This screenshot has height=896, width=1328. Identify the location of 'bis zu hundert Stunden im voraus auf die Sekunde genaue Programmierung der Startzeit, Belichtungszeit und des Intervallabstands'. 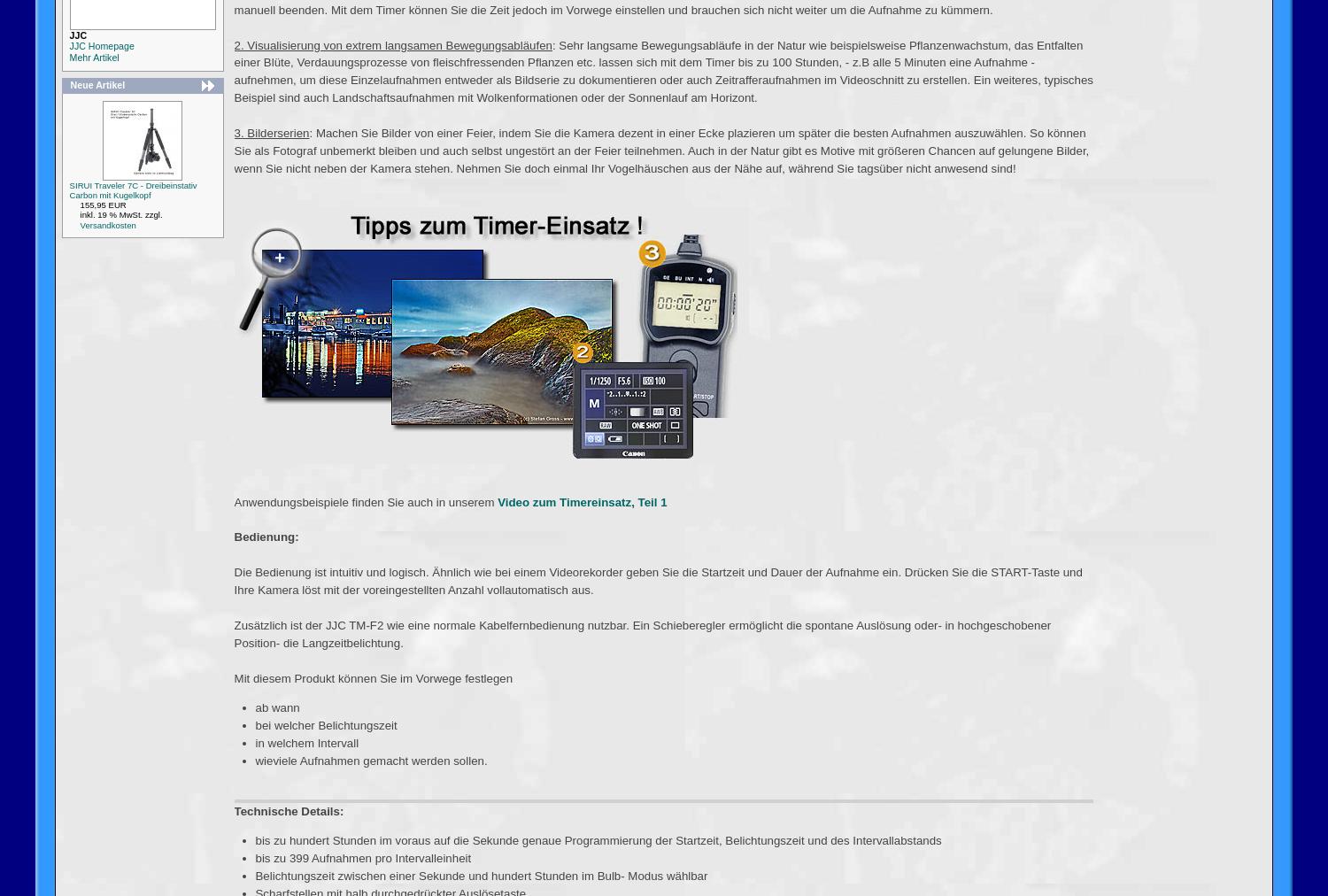
(598, 840).